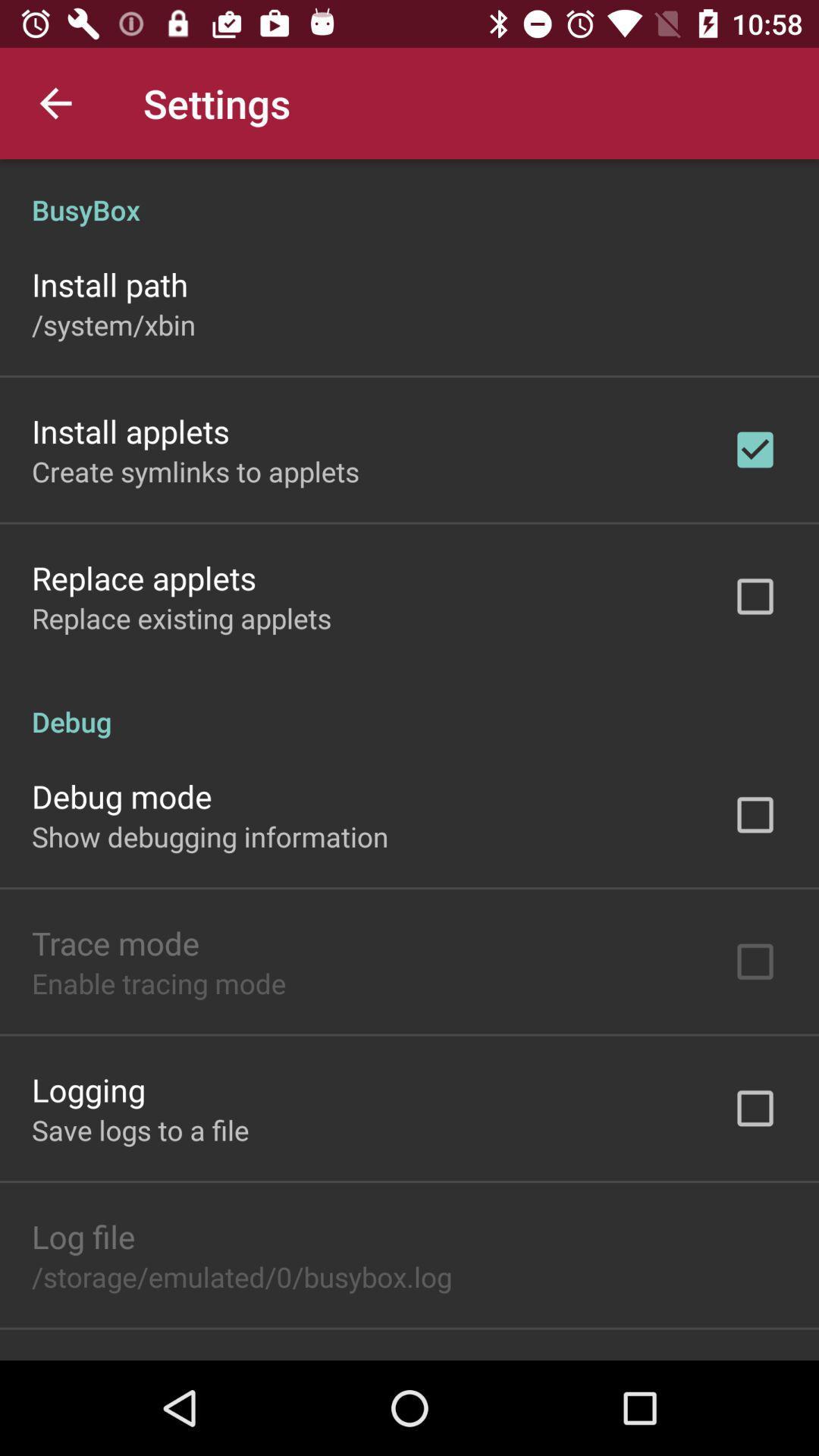  What do you see at coordinates (88, 1088) in the screenshot?
I see `icon below enable tracing mode` at bounding box center [88, 1088].